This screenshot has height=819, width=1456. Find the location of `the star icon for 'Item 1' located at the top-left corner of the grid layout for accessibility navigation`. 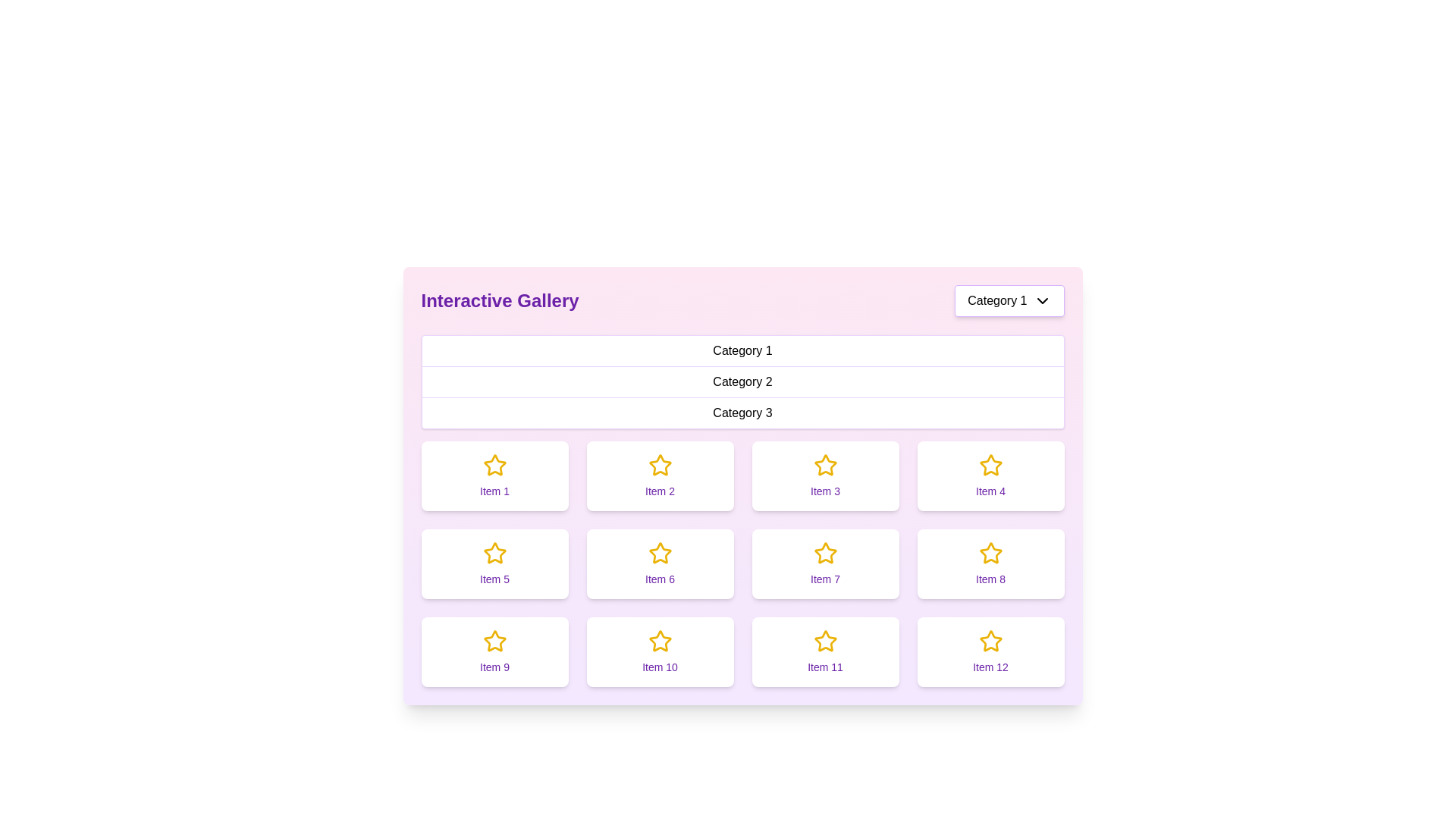

the star icon for 'Item 1' located at the top-left corner of the grid layout for accessibility navigation is located at coordinates (494, 464).